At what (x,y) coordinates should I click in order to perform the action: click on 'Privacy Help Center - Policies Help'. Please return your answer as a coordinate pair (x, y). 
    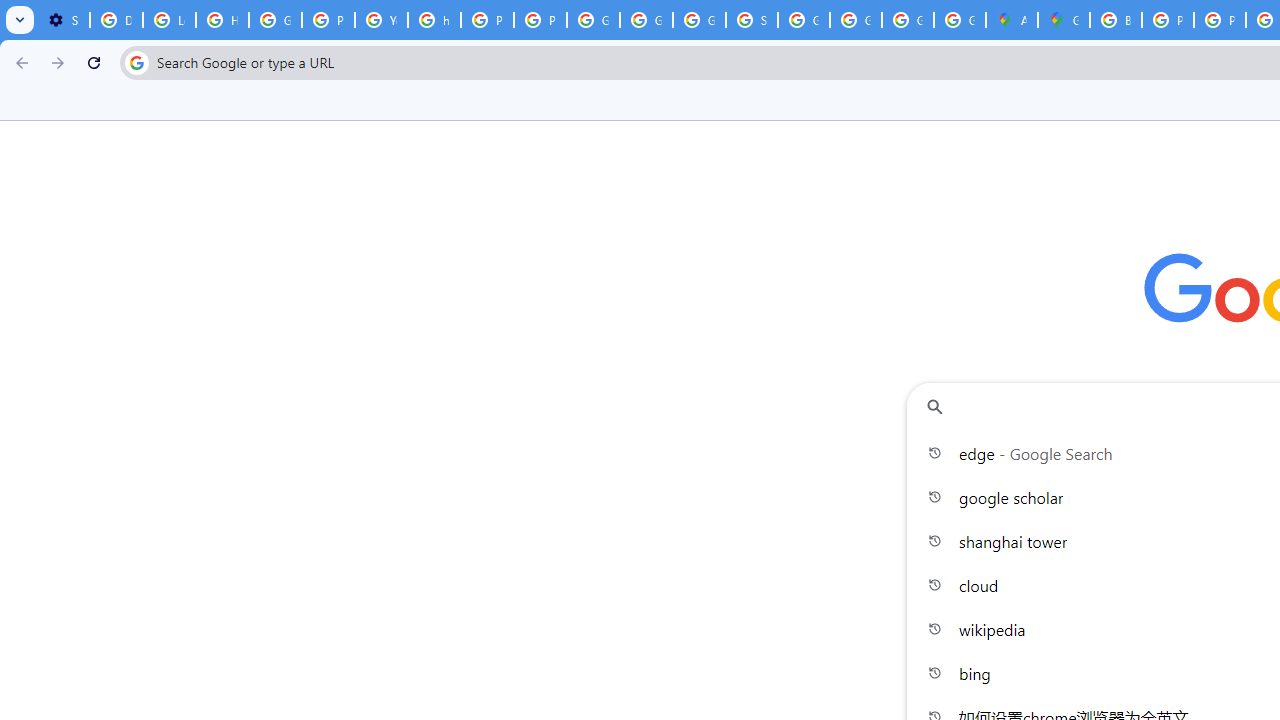
    Looking at the image, I should click on (1218, 20).